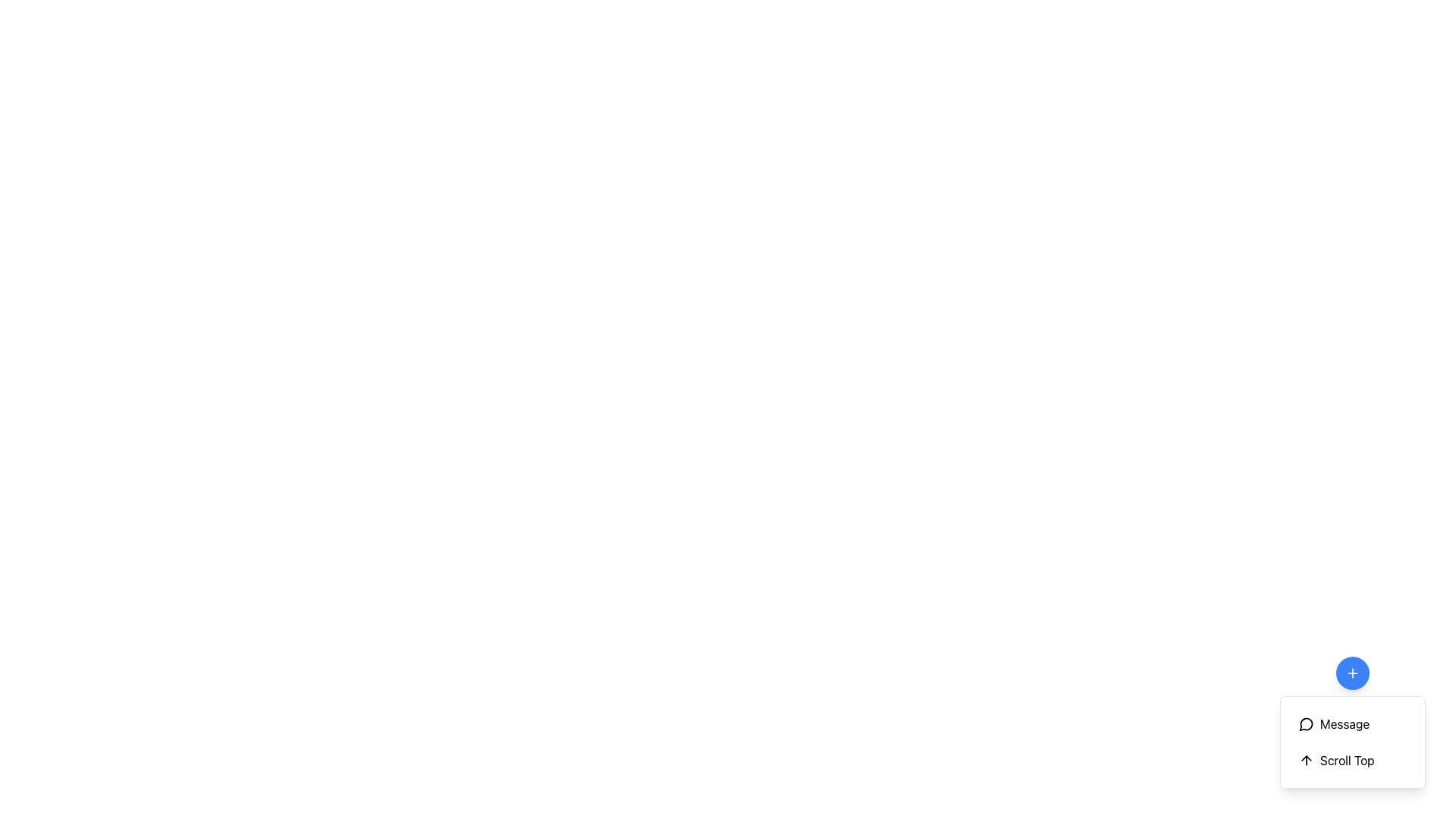 This screenshot has width=1456, height=819. Describe the element at coordinates (1306, 723) in the screenshot. I see `the circular icon resembling a speech bubble located next to the text label 'Message'` at that location.